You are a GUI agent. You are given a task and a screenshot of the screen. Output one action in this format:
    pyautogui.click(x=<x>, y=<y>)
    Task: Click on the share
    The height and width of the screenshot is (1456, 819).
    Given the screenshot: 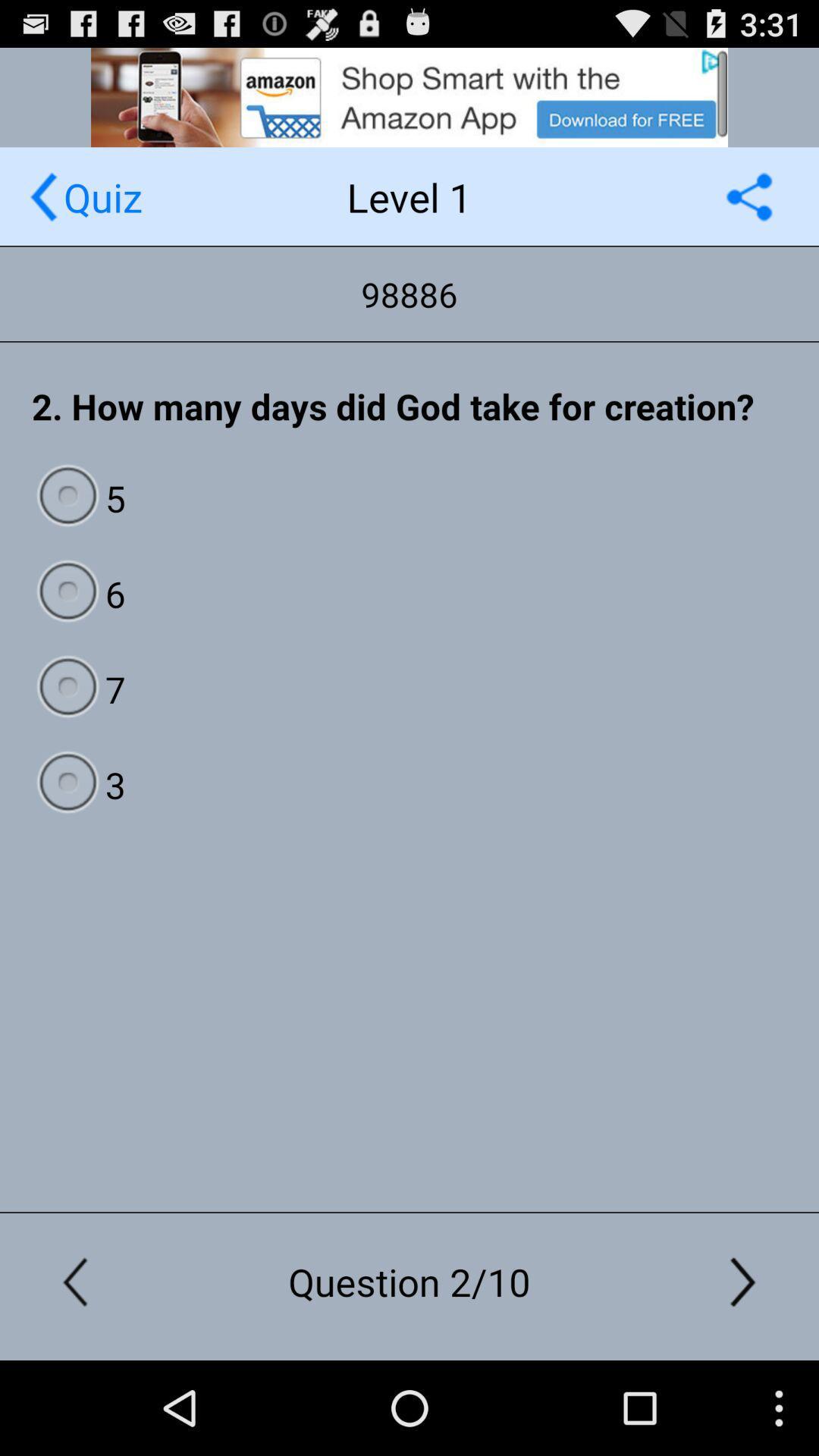 What is the action you would take?
    pyautogui.click(x=748, y=196)
    